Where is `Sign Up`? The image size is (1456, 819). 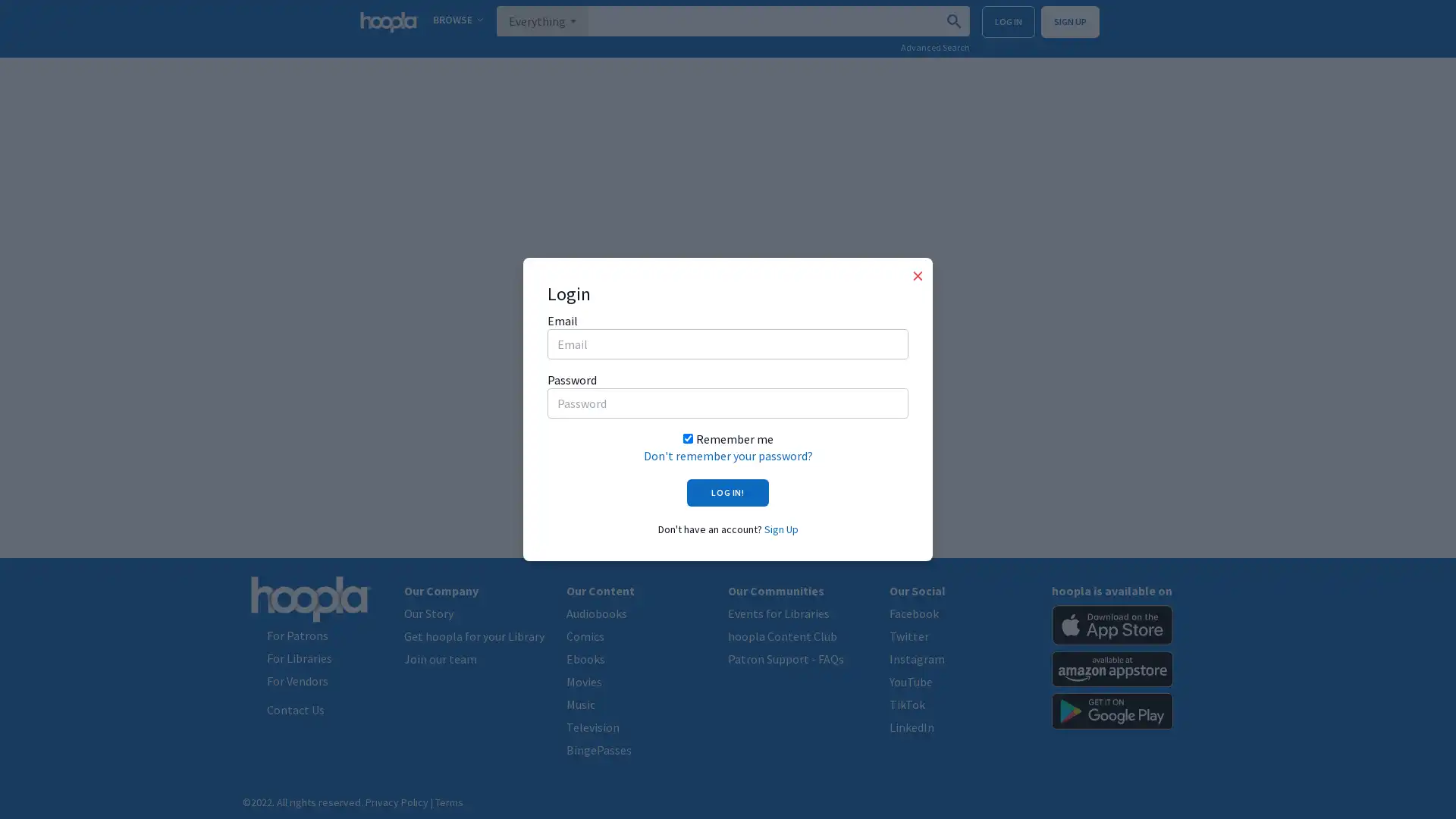 Sign Up is located at coordinates (780, 529).